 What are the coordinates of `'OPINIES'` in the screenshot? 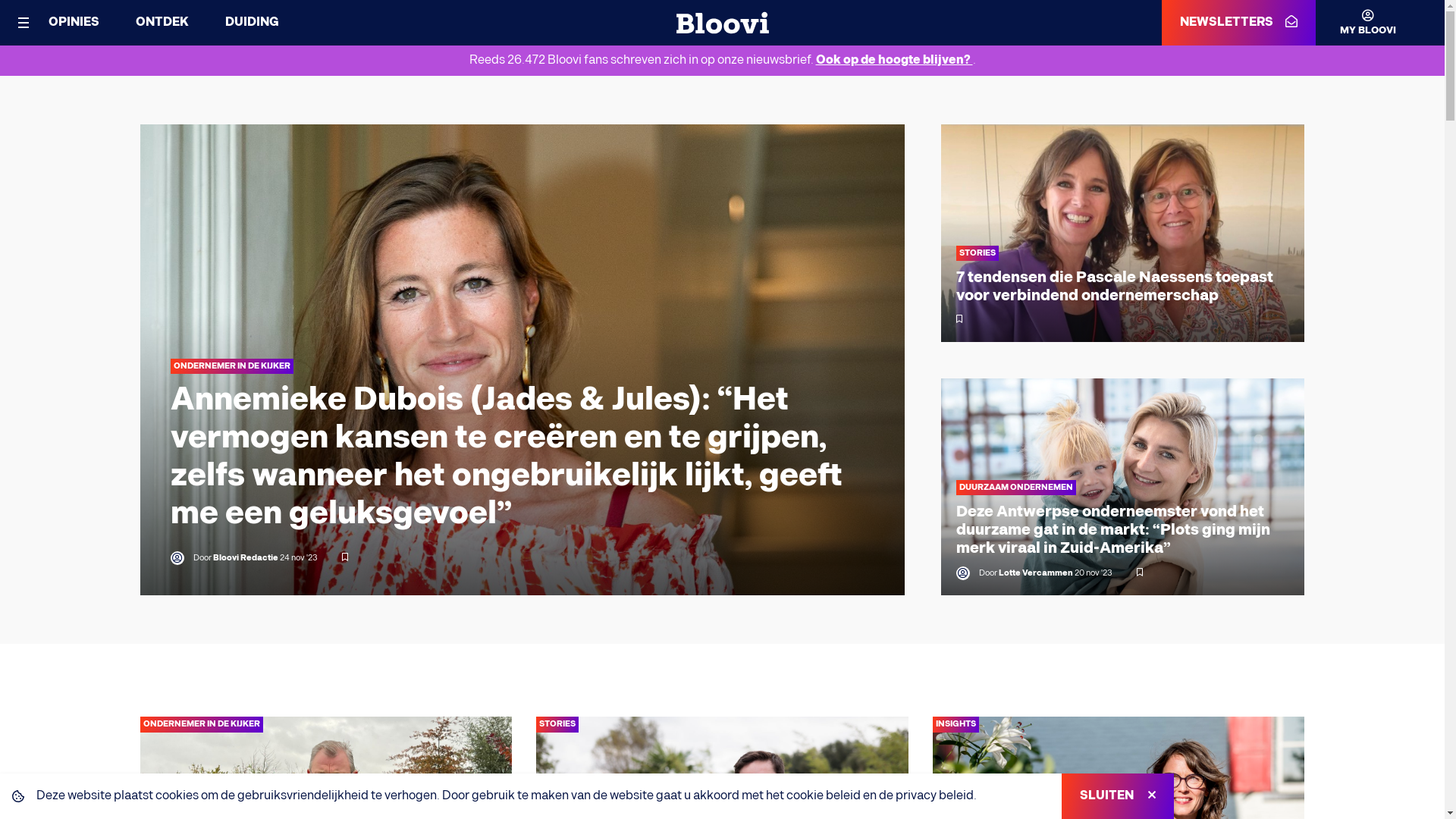 It's located at (73, 22).